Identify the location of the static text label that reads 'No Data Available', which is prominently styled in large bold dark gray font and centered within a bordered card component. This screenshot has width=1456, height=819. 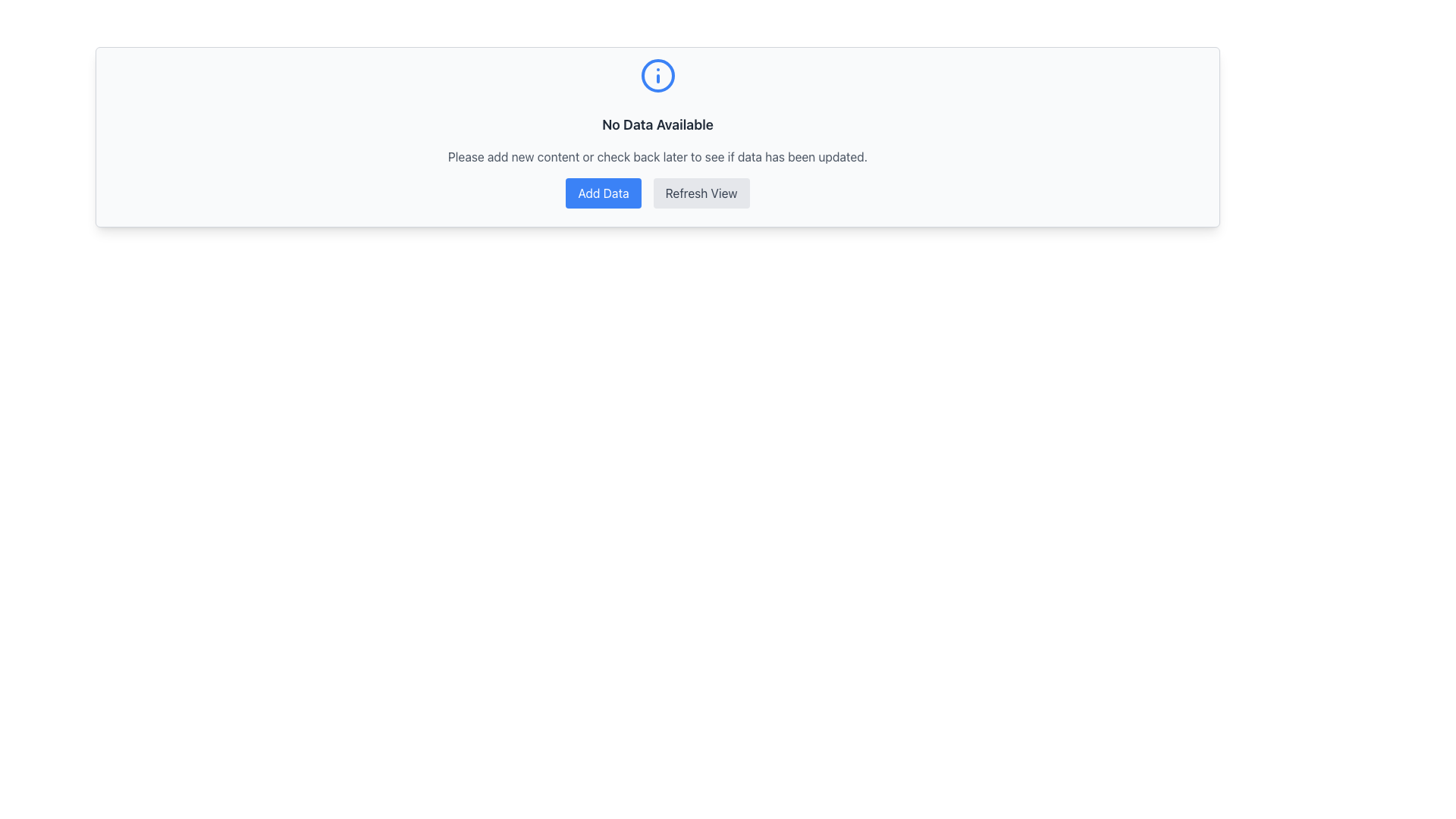
(657, 124).